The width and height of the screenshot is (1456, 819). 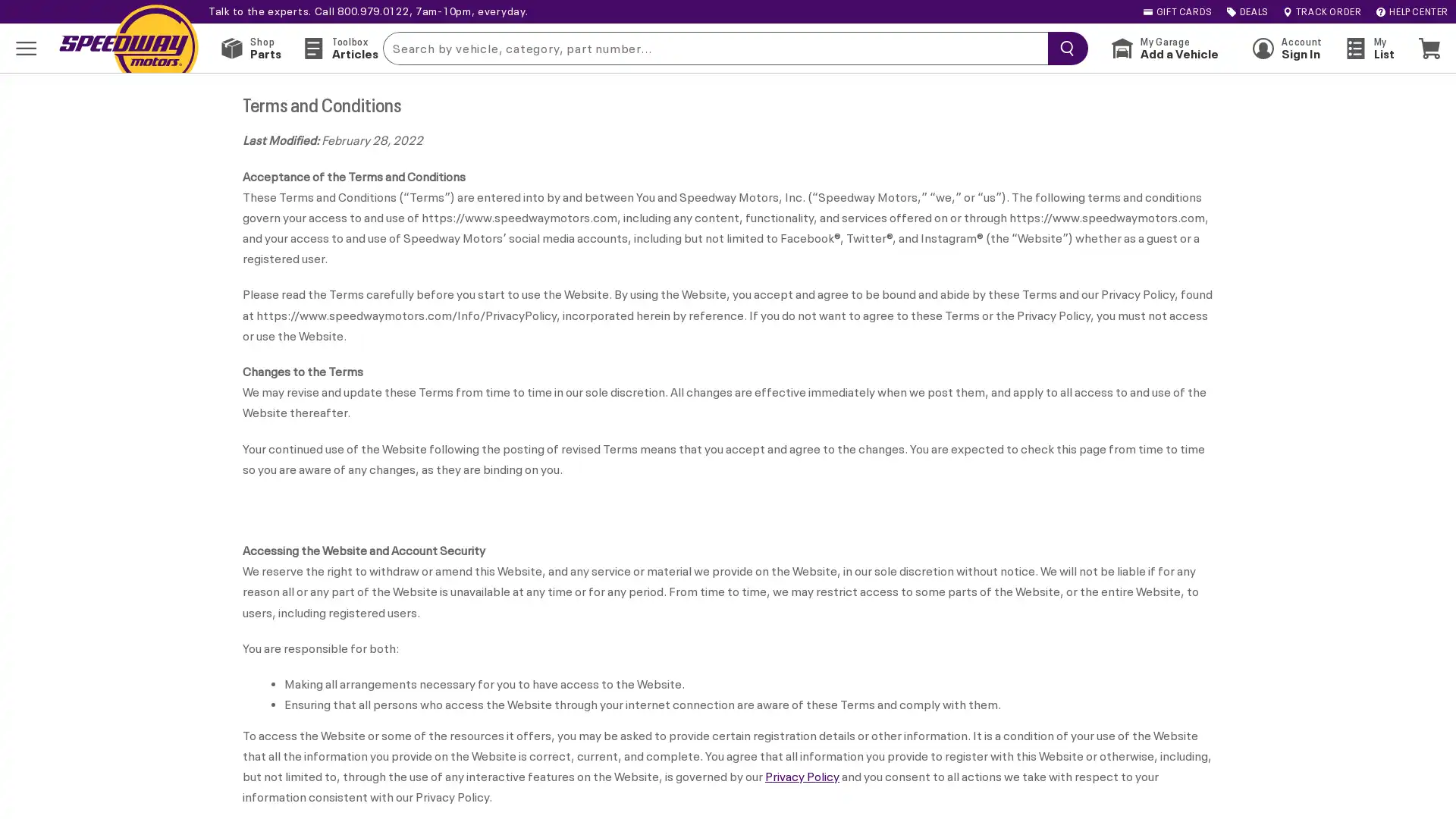 What do you see at coordinates (339, 47) in the screenshot?
I see `Toolbox Articles` at bounding box center [339, 47].